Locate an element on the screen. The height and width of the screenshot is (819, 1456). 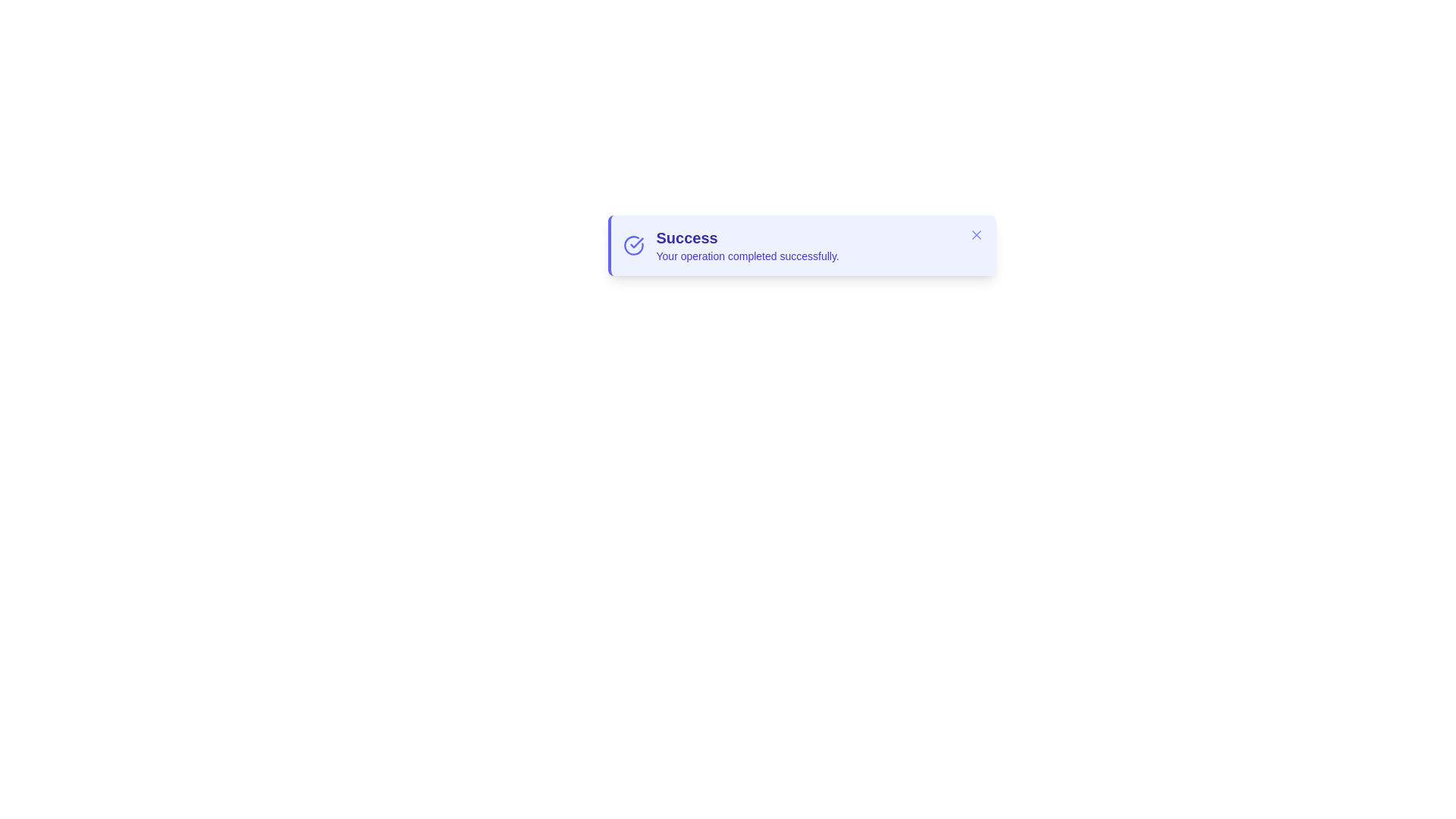
message displayed in the notification box that indicates 'Success' and 'Your operation completed successfully.' is located at coordinates (748, 245).